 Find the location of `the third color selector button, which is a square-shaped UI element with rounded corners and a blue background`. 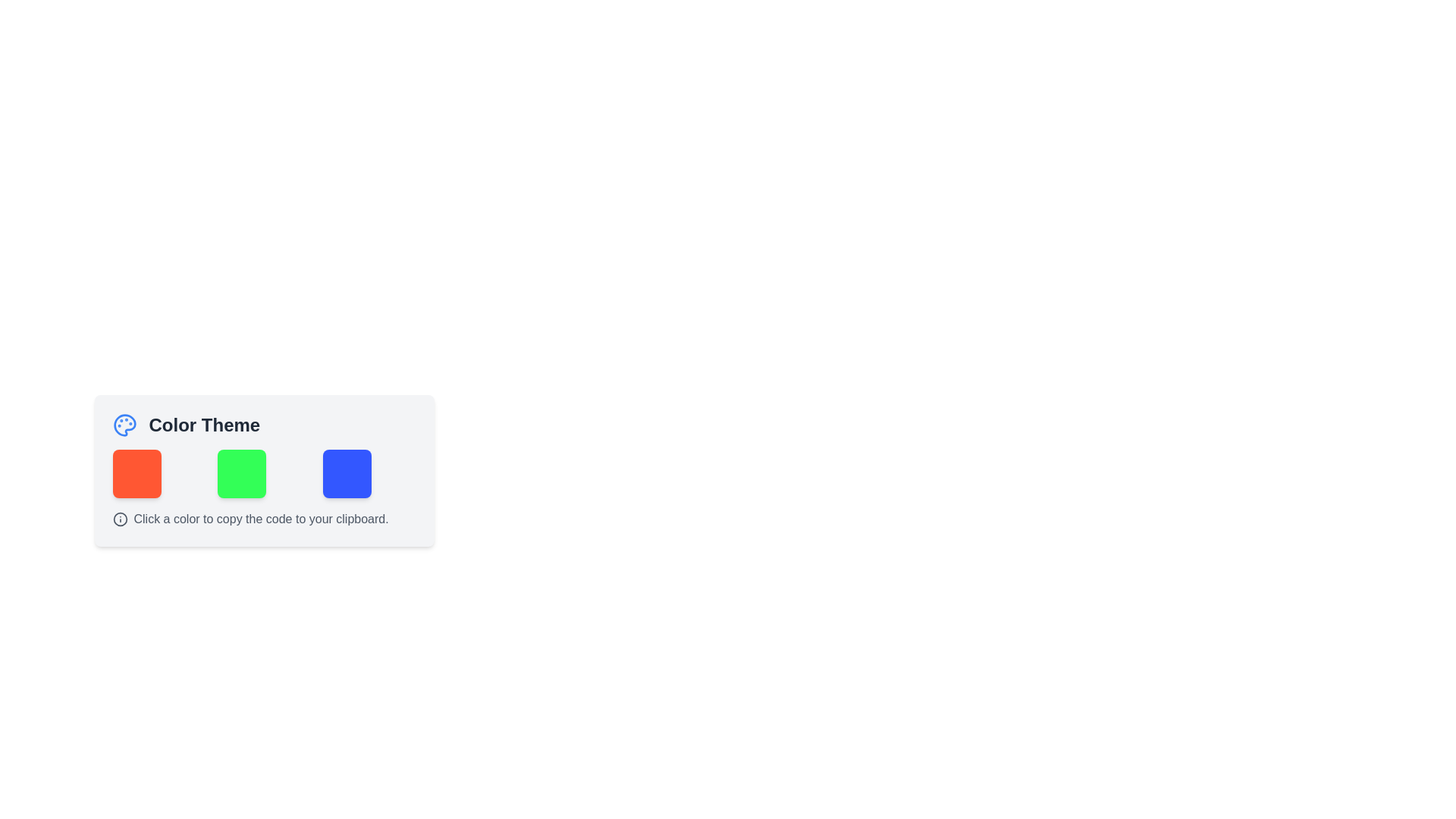

the third color selector button, which is a square-shaped UI element with rounded corners and a blue background is located at coordinates (346, 472).